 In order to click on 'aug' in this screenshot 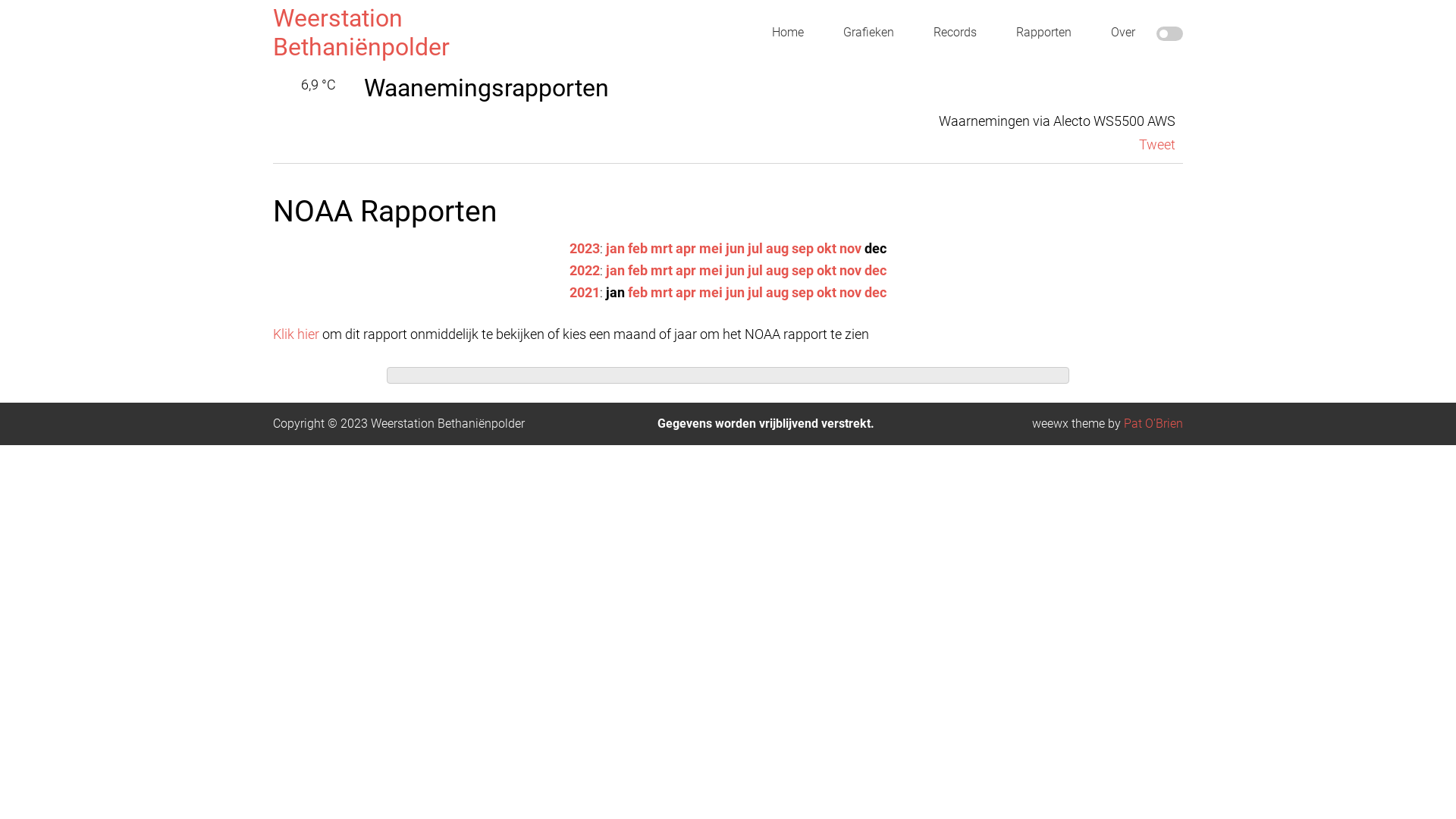, I will do `click(777, 269)`.